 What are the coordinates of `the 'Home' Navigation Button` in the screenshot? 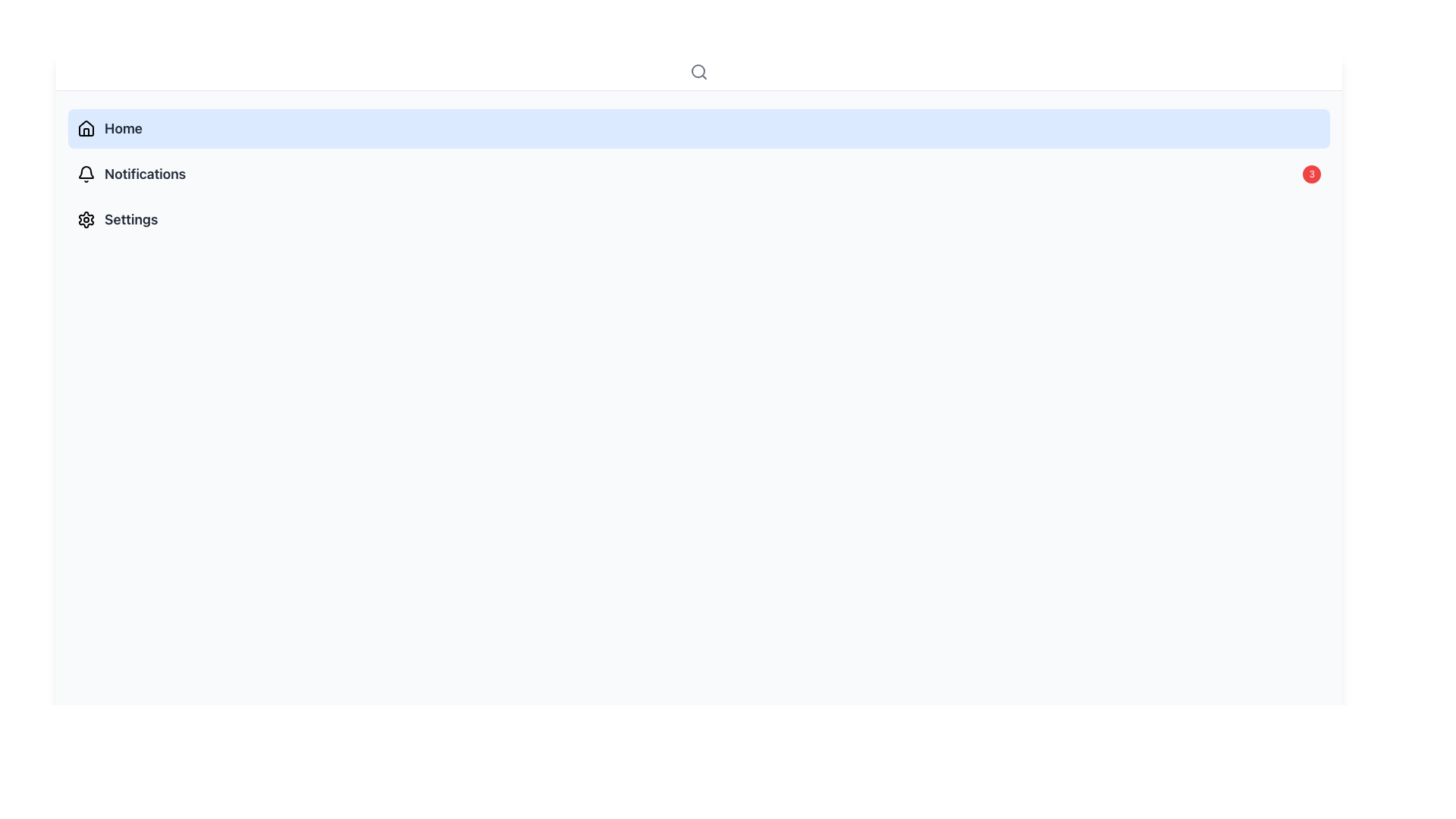 It's located at (698, 127).